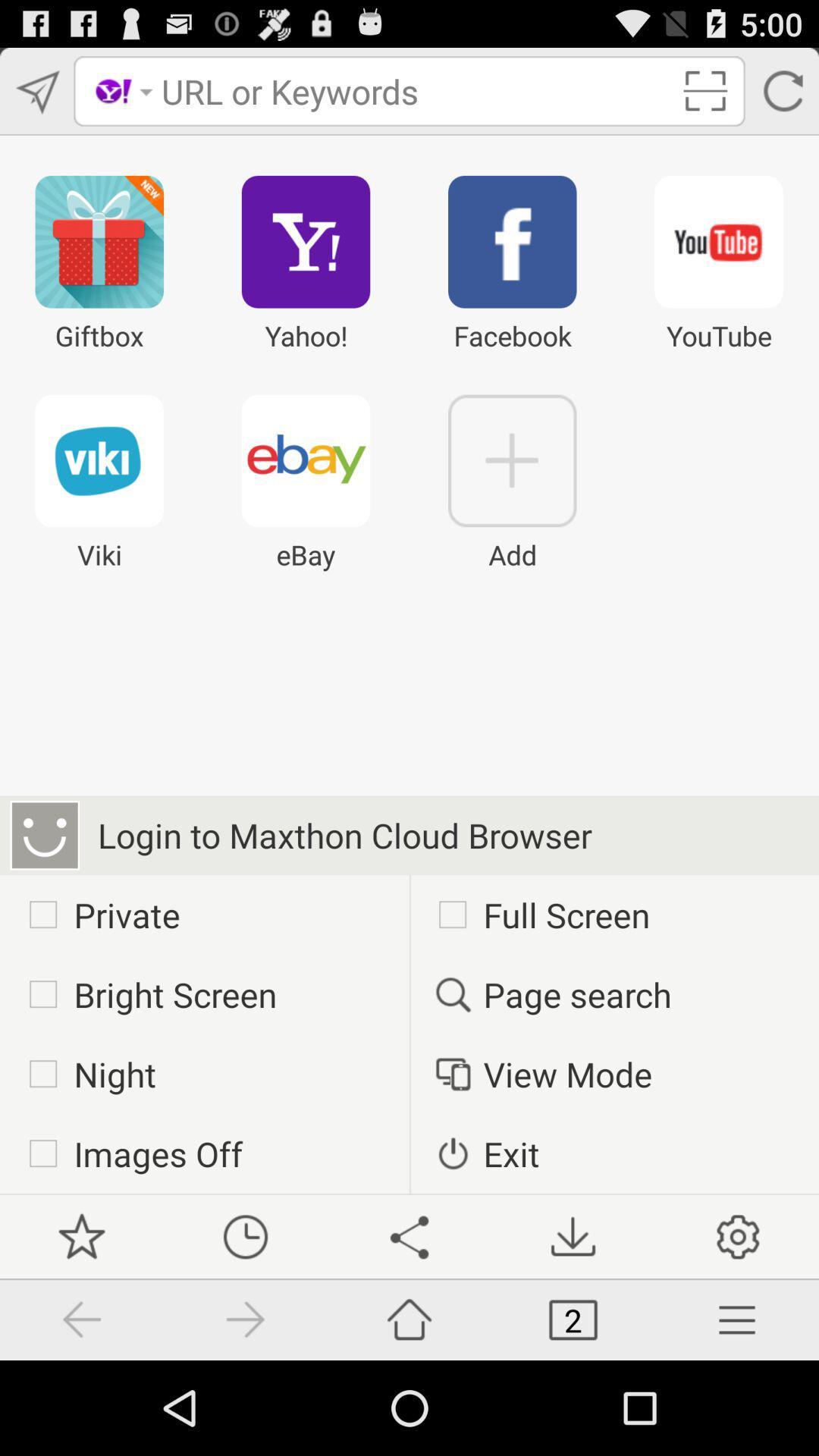 The width and height of the screenshot is (819, 1456). What do you see at coordinates (415, 90) in the screenshot?
I see `type url or keywords` at bounding box center [415, 90].